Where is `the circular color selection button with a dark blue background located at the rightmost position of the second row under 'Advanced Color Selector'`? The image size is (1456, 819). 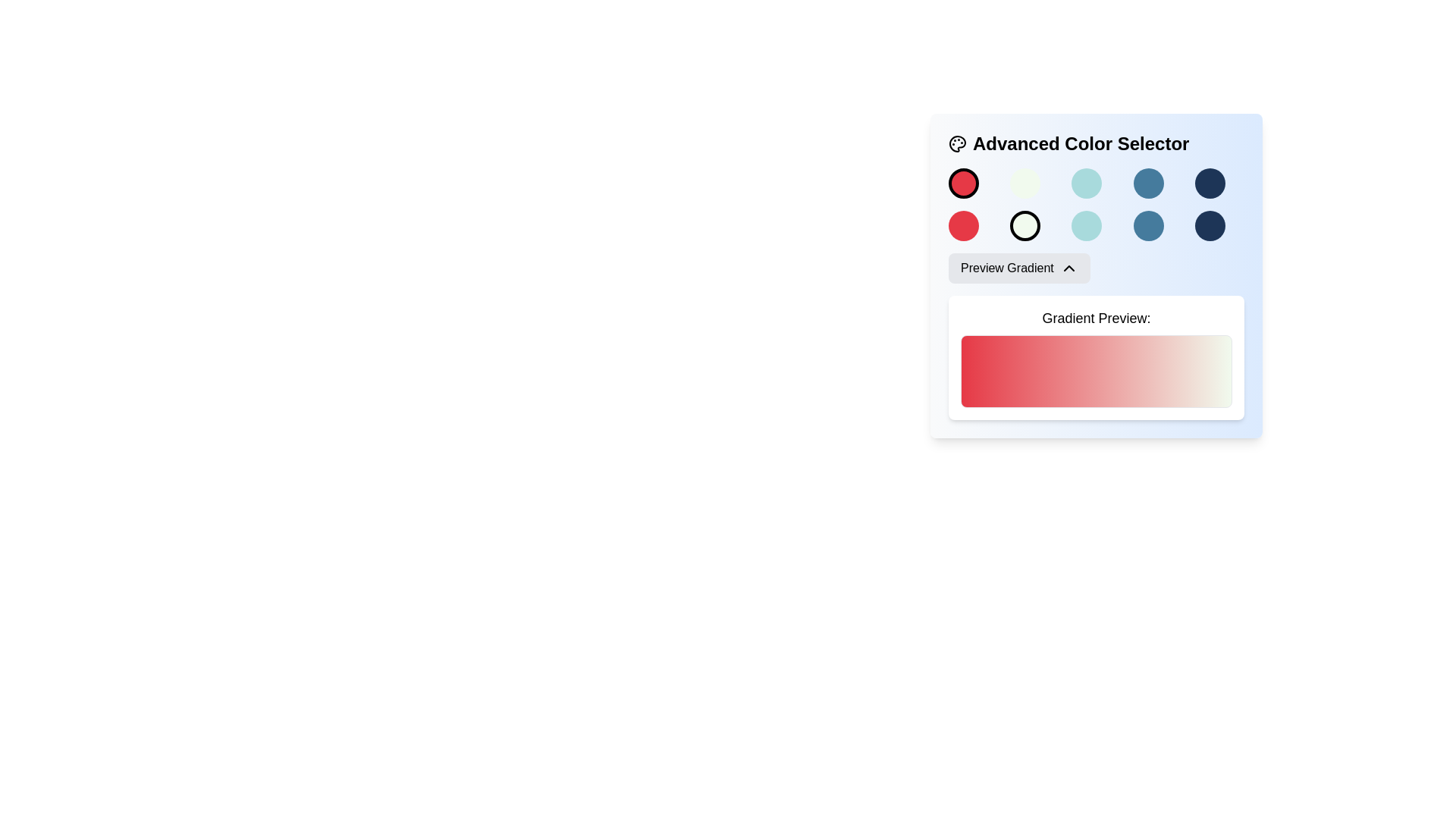 the circular color selection button with a dark blue background located at the rightmost position of the second row under 'Advanced Color Selector' is located at coordinates (1209, 225).